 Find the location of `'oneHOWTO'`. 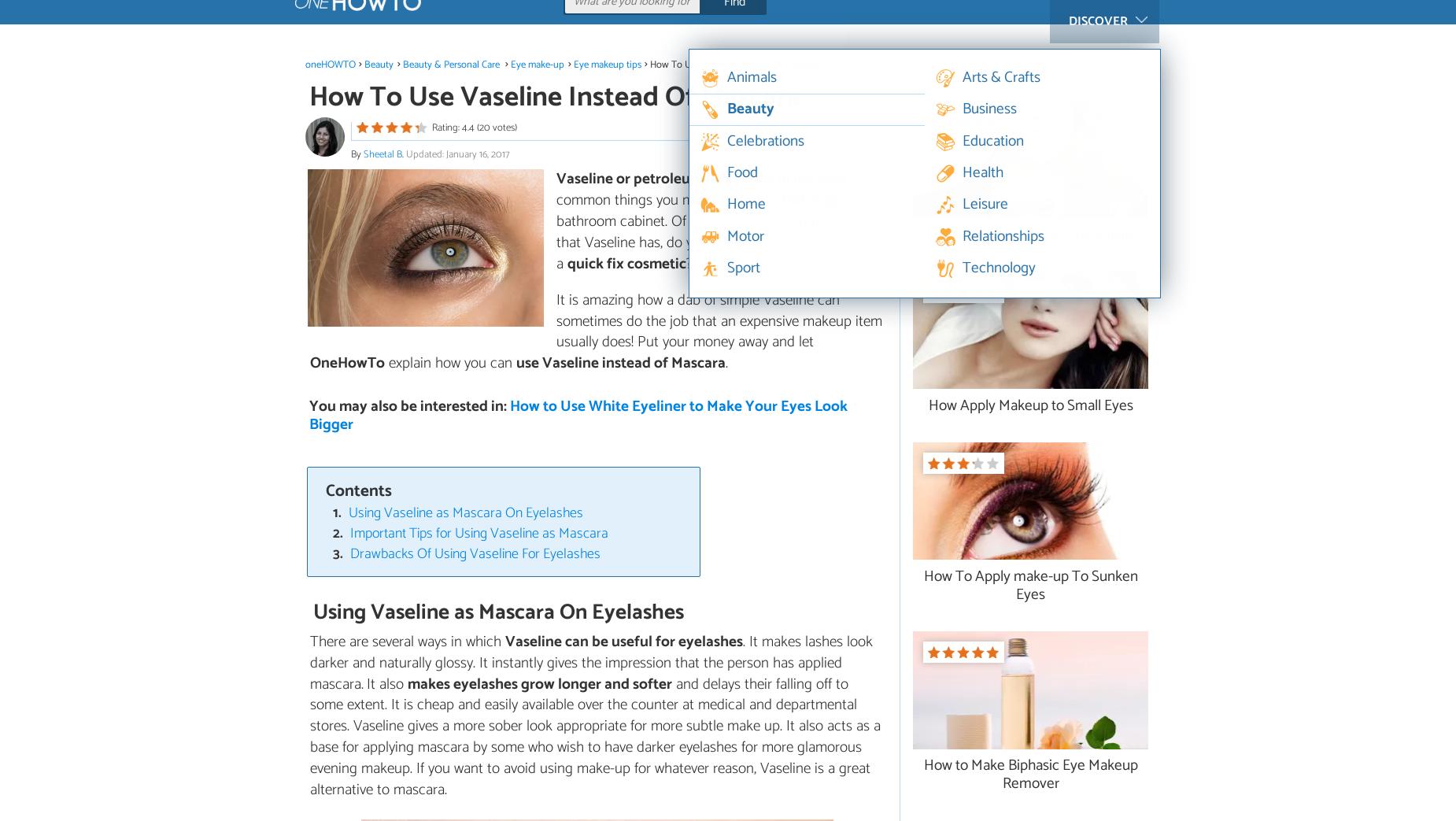

'oneHOWTO' is located at coordinates (329, 64).